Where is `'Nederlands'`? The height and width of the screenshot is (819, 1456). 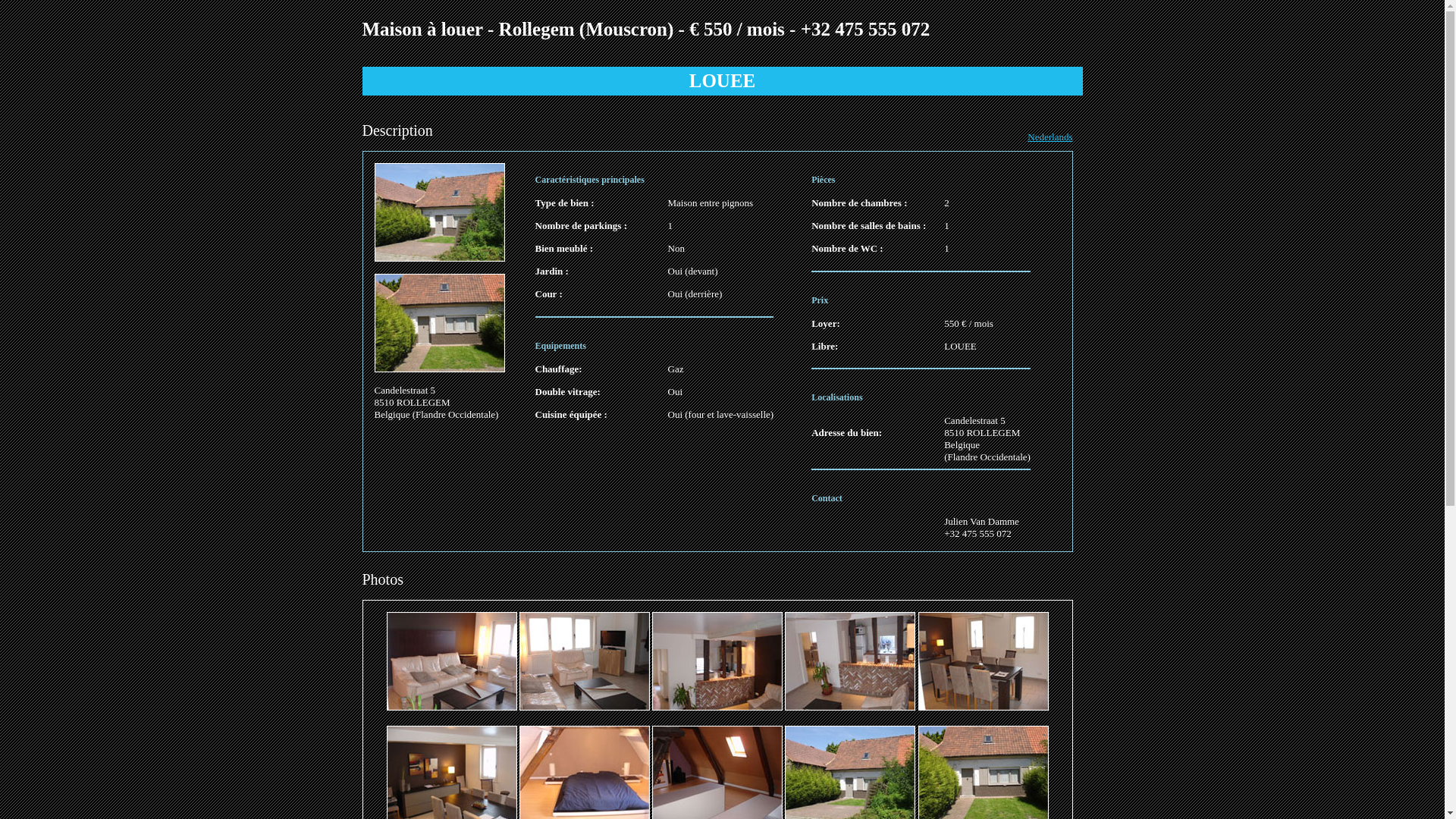
'Nederlands' is located at coordinates (1027, 136).